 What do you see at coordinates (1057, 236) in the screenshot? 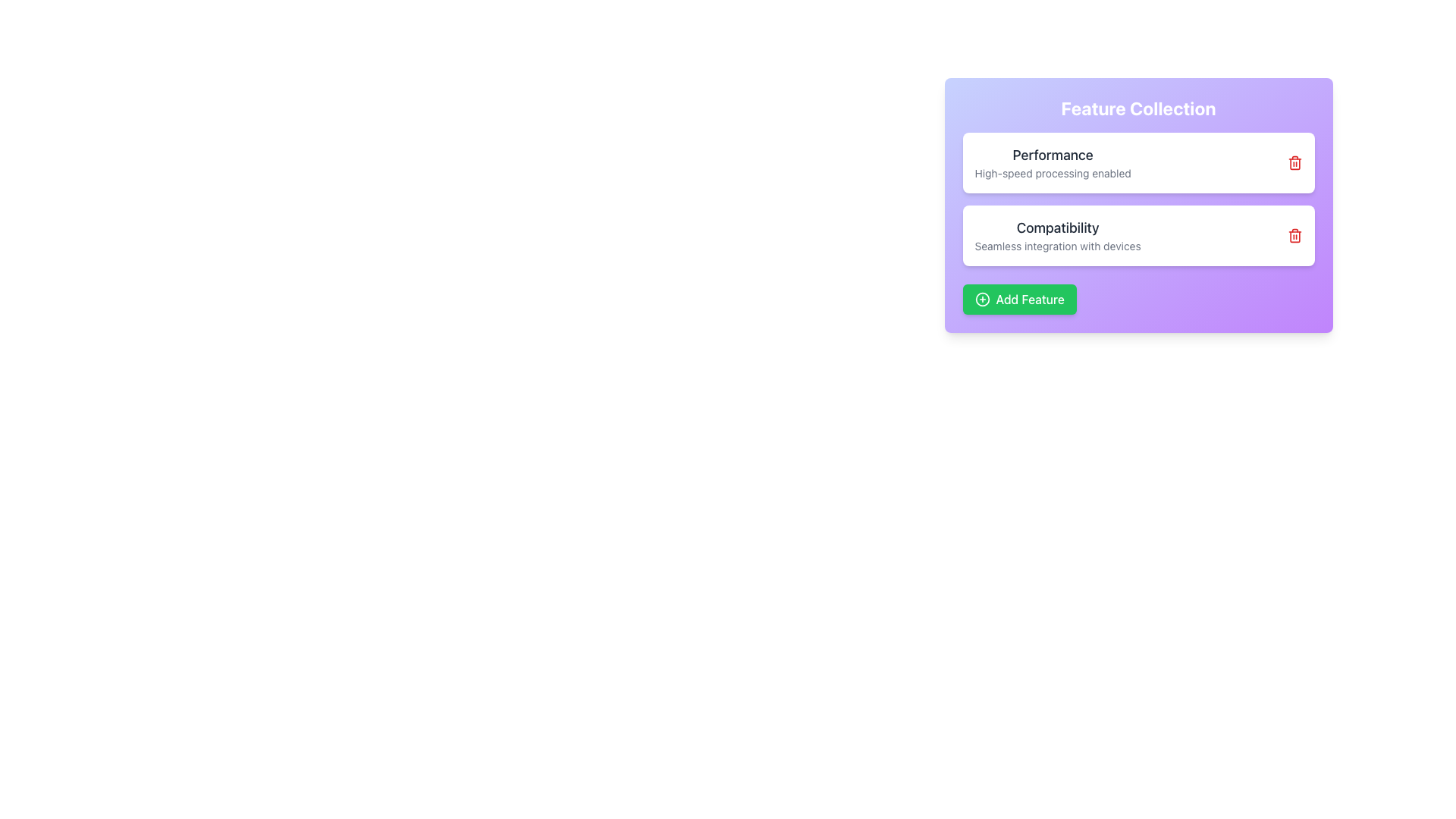
I see `the 'Compatibility' information display block element, which features a bold heading and explanatory text about device integration` at bounding box center [1057, 236].